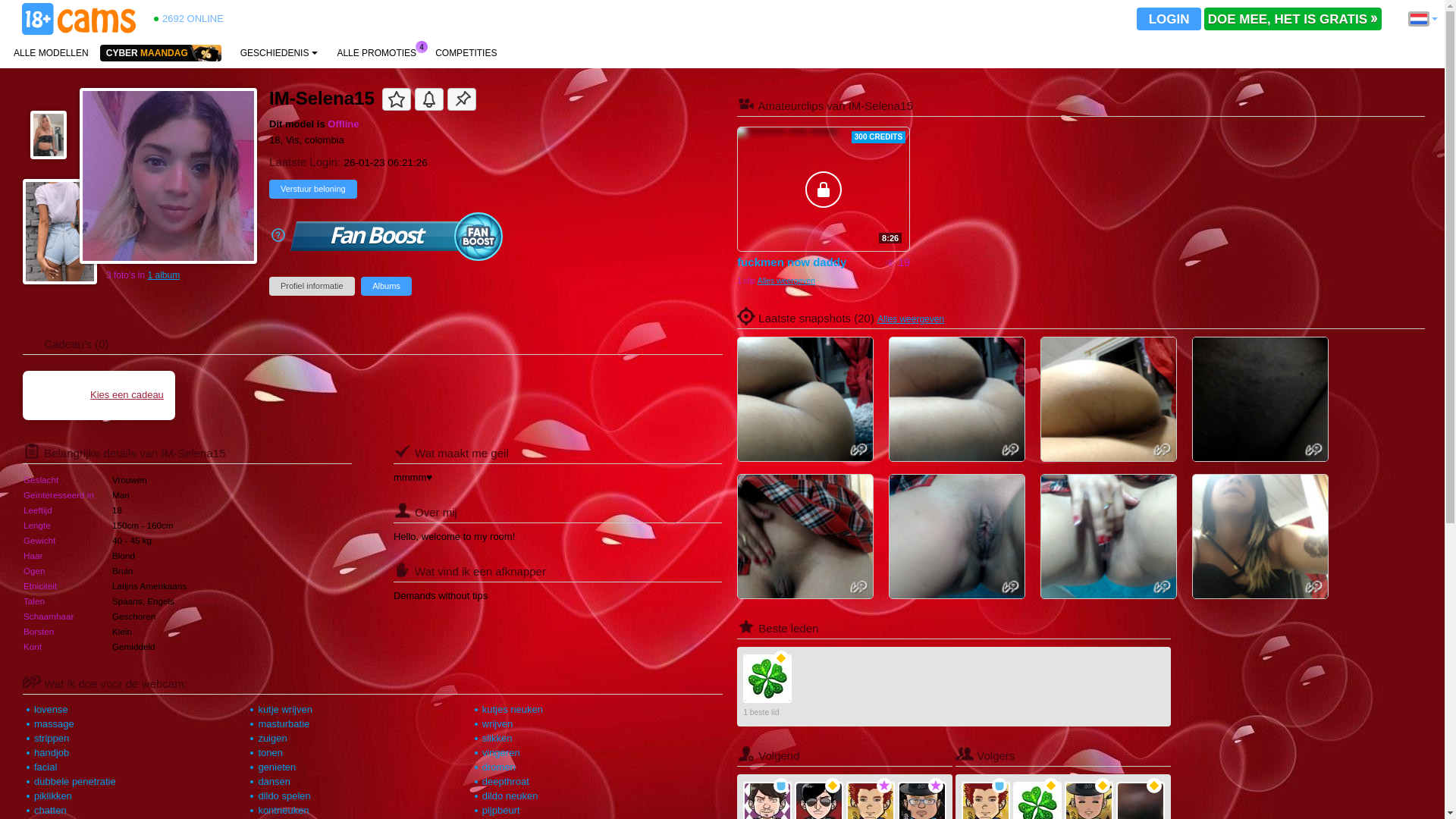  Describe the element at coordinates (99, 52) in the screenshot. I see `'CYBER MAANDAG'` at that location.